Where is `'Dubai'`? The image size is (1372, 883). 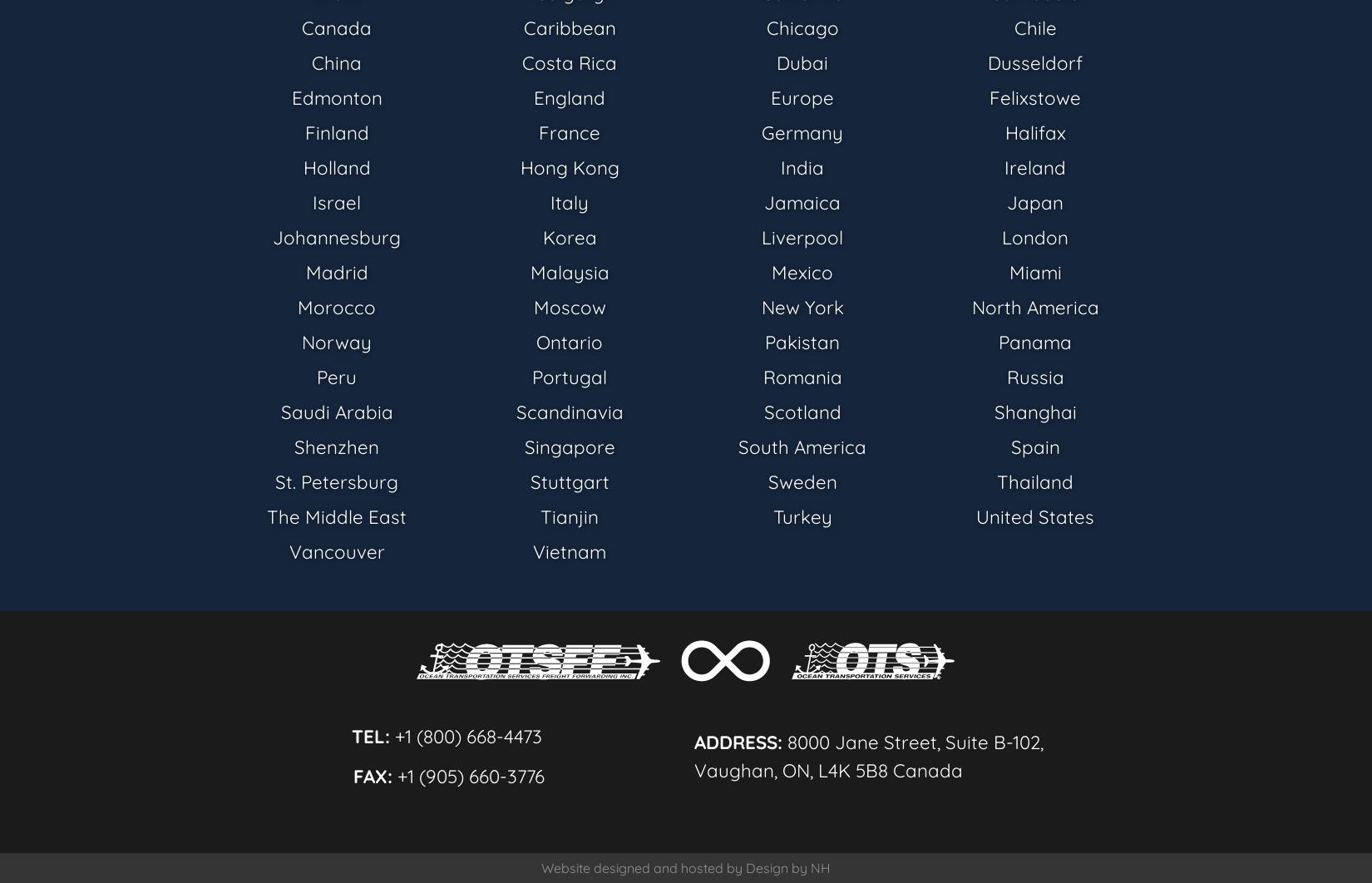 'Dubai' is located at coordinates (802, 62).